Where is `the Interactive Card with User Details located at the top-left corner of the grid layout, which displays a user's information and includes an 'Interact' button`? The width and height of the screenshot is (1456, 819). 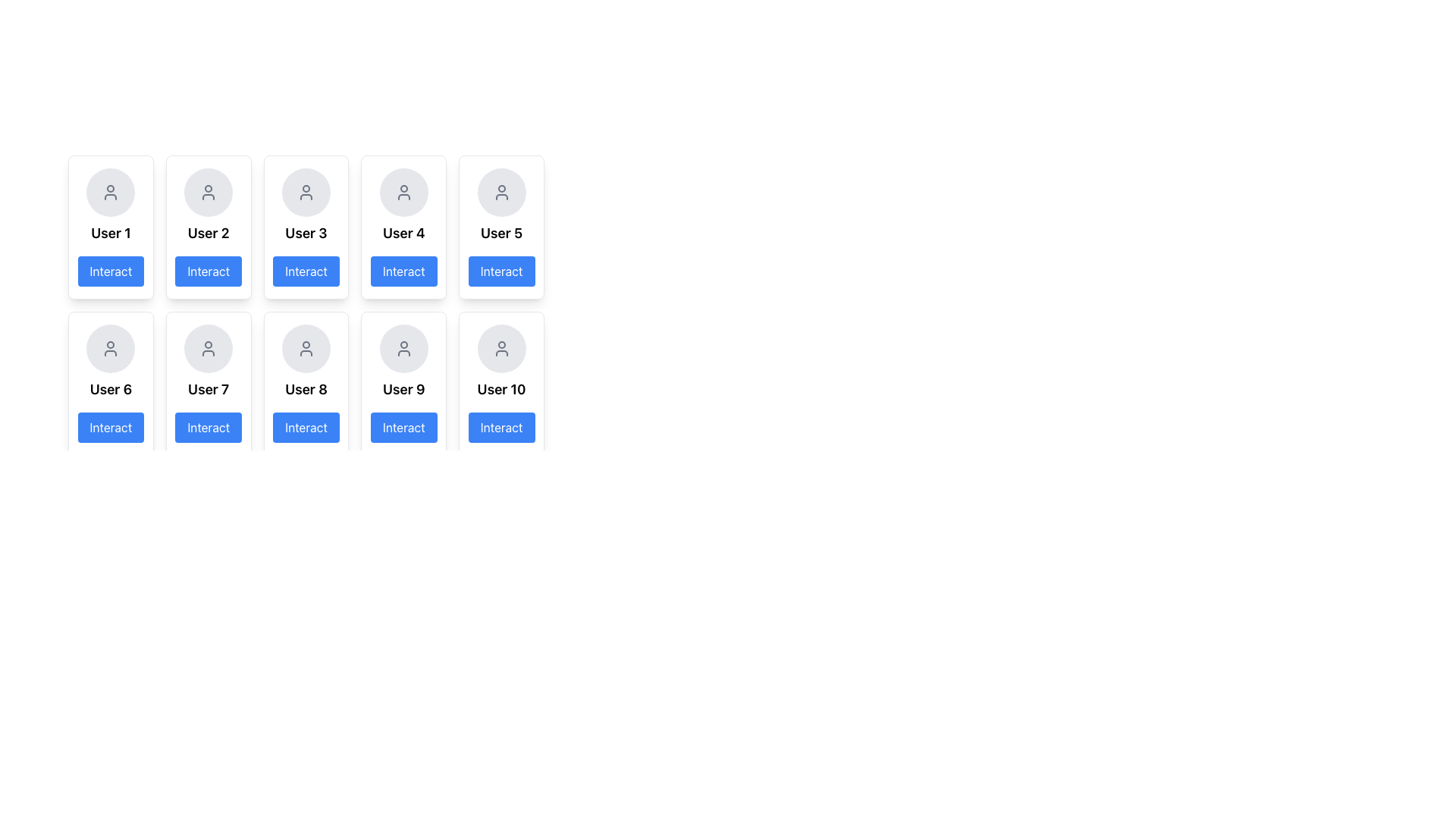
the Interactive Card with User Details located at the top-left corner of the grid layout, which displays a user's information and includes an 'Interact' button is located at coordinates (110, 227).